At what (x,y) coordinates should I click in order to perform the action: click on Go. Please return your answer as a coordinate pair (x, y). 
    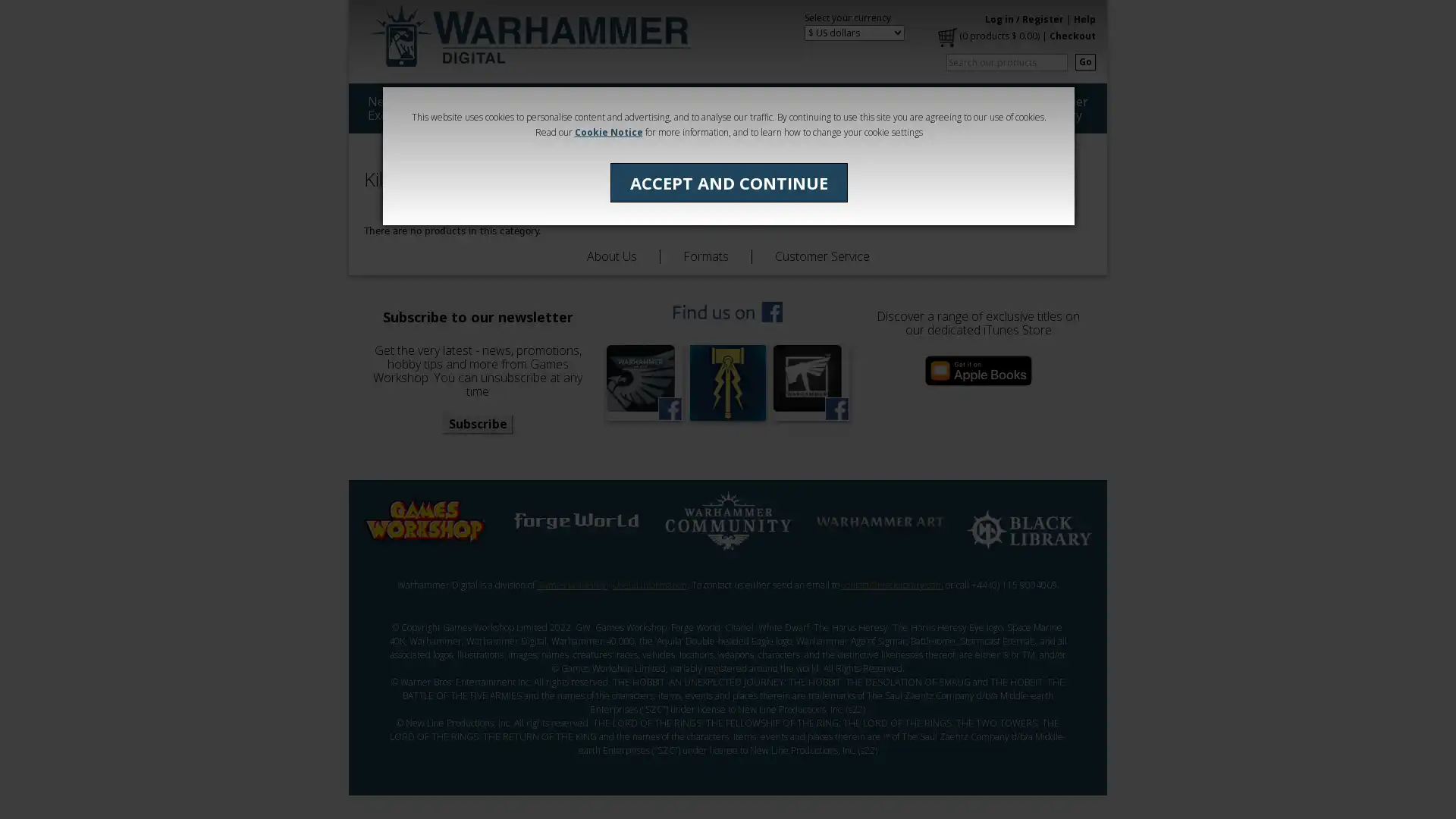
    Looking at the image, I should click on (1084, 61).